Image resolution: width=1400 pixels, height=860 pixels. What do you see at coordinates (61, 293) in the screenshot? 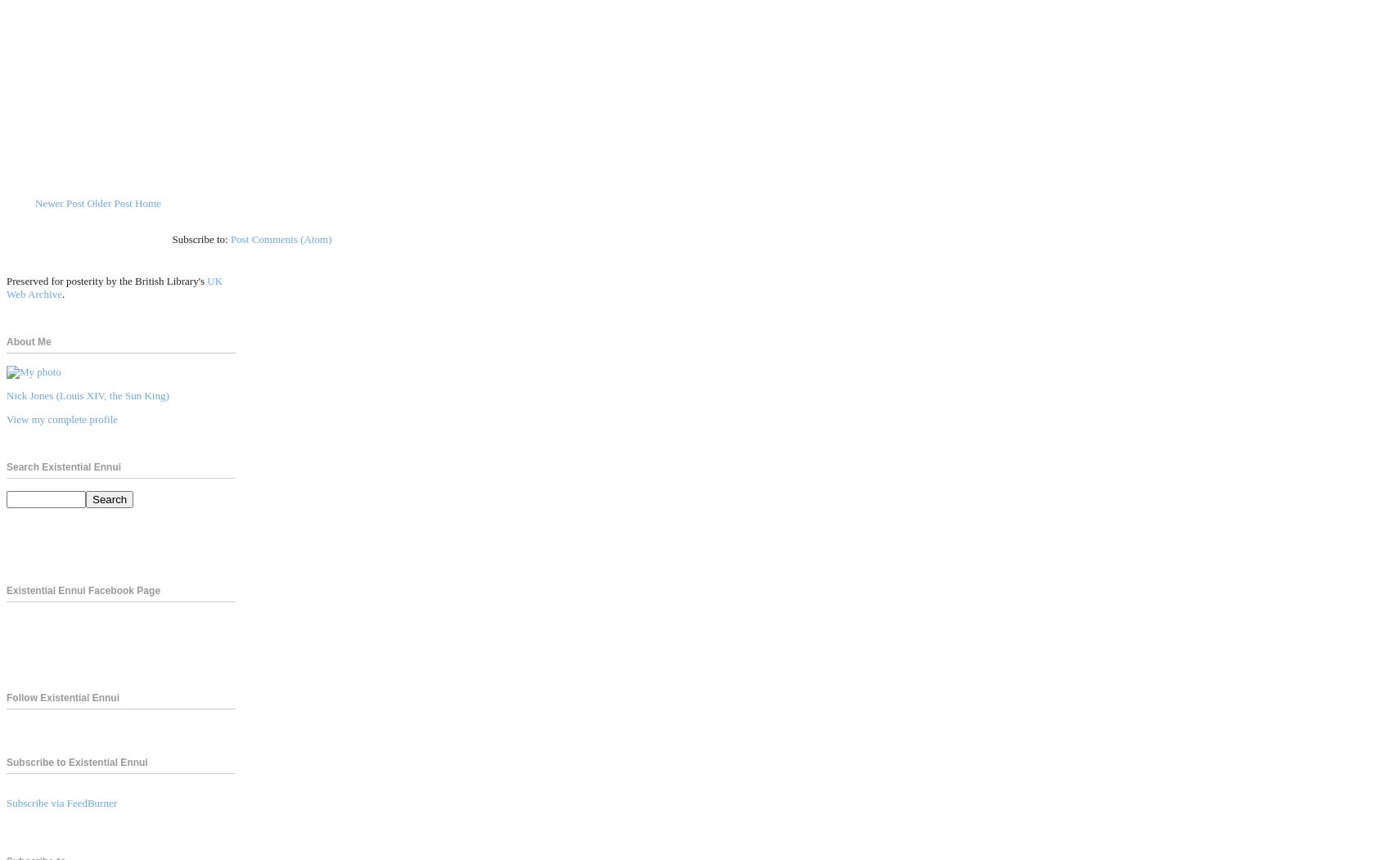
I see `'.'` at bounding box center [61, 293].